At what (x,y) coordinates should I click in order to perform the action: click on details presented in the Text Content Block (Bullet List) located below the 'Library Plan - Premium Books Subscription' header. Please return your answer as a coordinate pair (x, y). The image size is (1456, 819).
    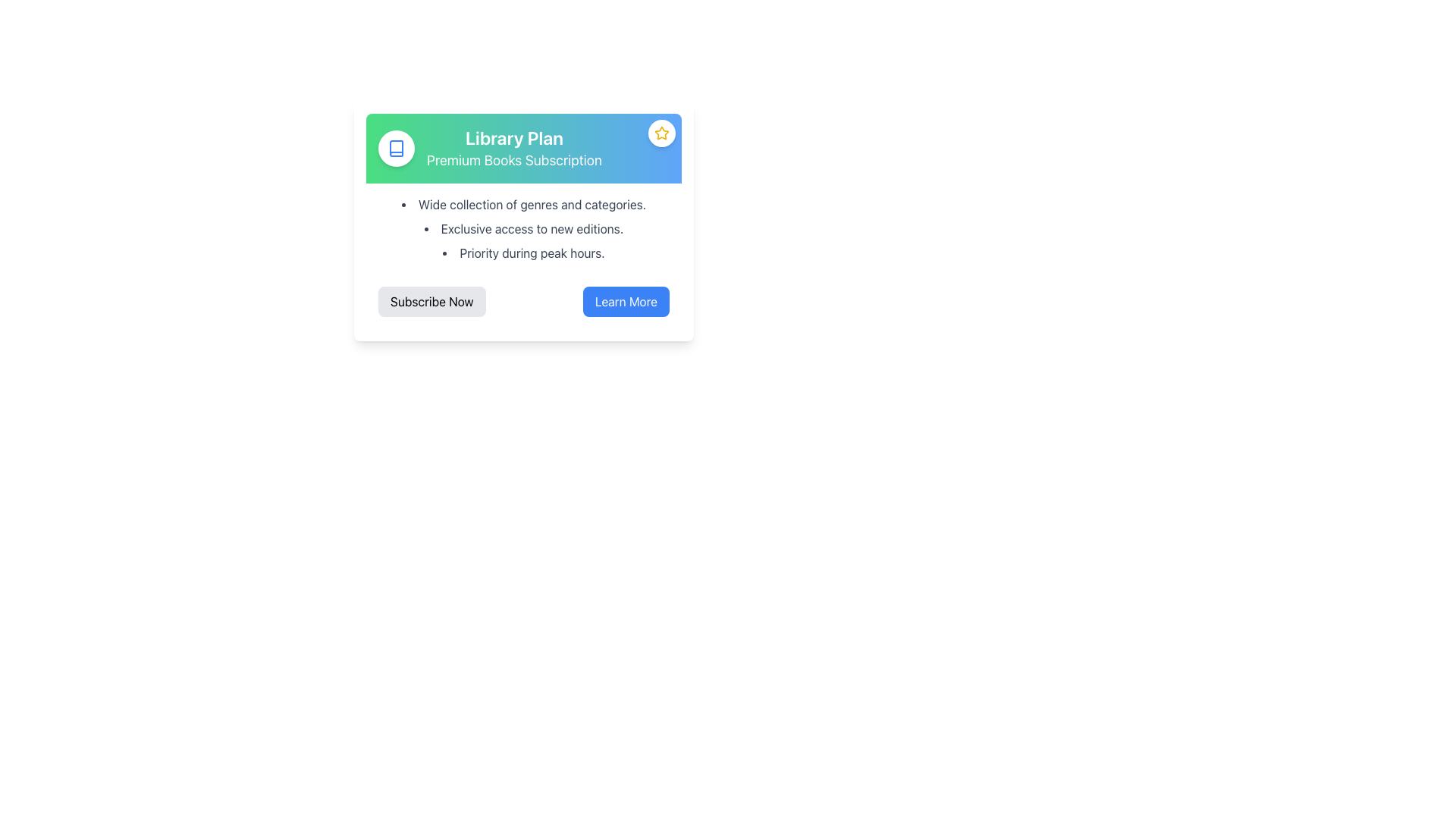
    Looking at the image, I should click on (524, 228).